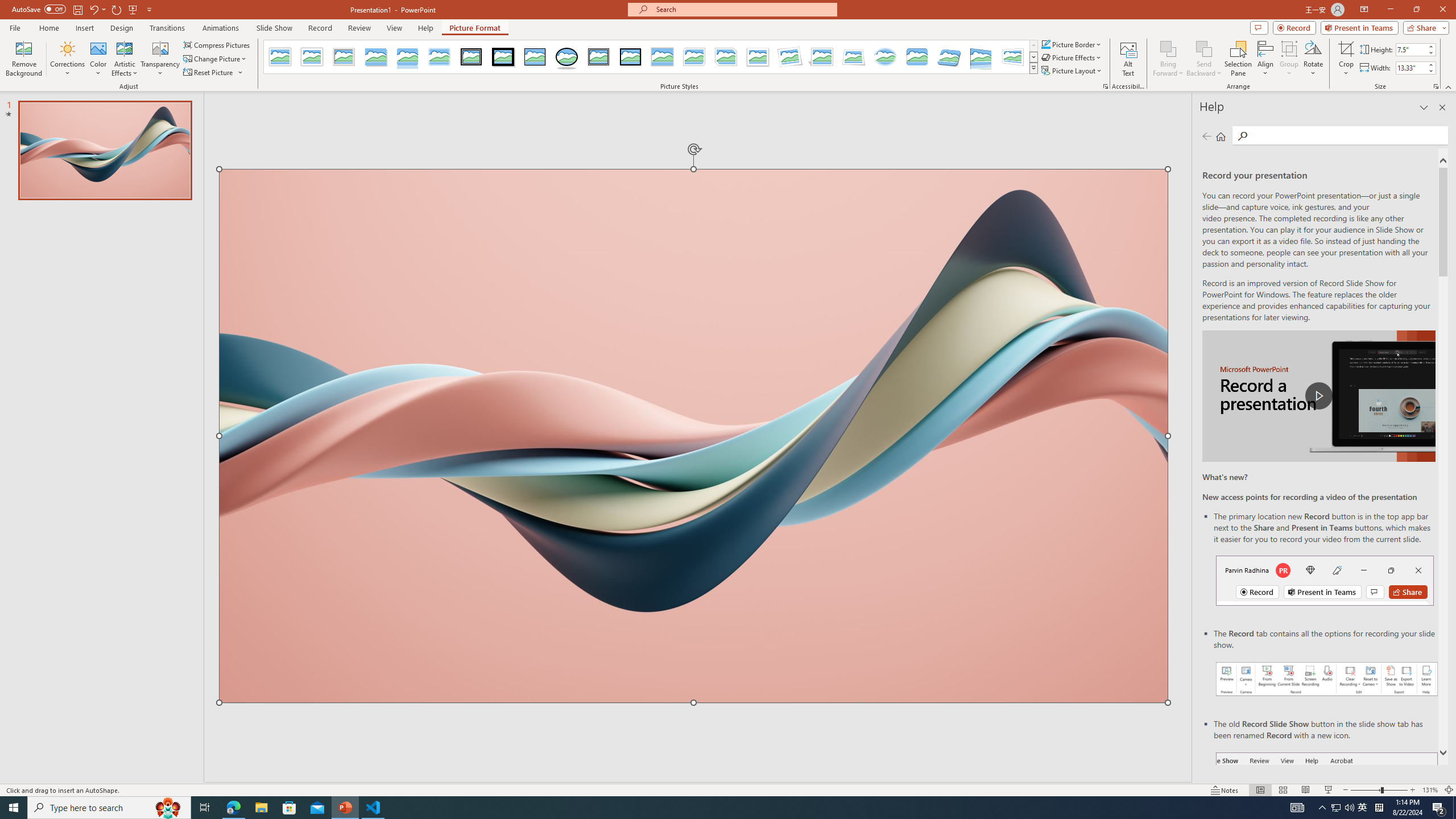 Image resolution: width=1456 pixels, height=819 pixels. I want to click on 'Crop', so click(1345, 48).